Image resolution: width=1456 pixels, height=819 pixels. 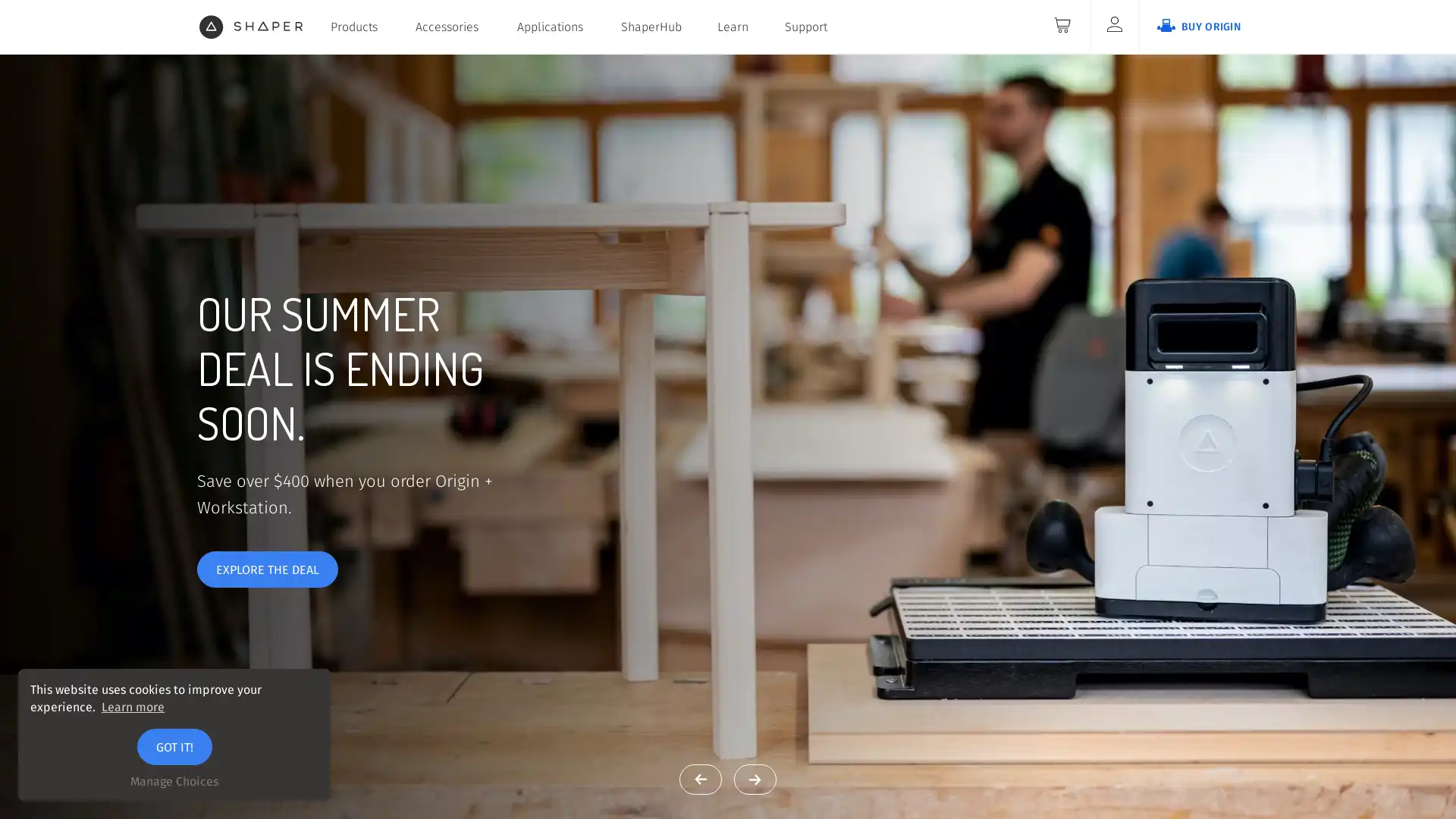 I want to click on GOT IT!, so click(x=174, y=745).